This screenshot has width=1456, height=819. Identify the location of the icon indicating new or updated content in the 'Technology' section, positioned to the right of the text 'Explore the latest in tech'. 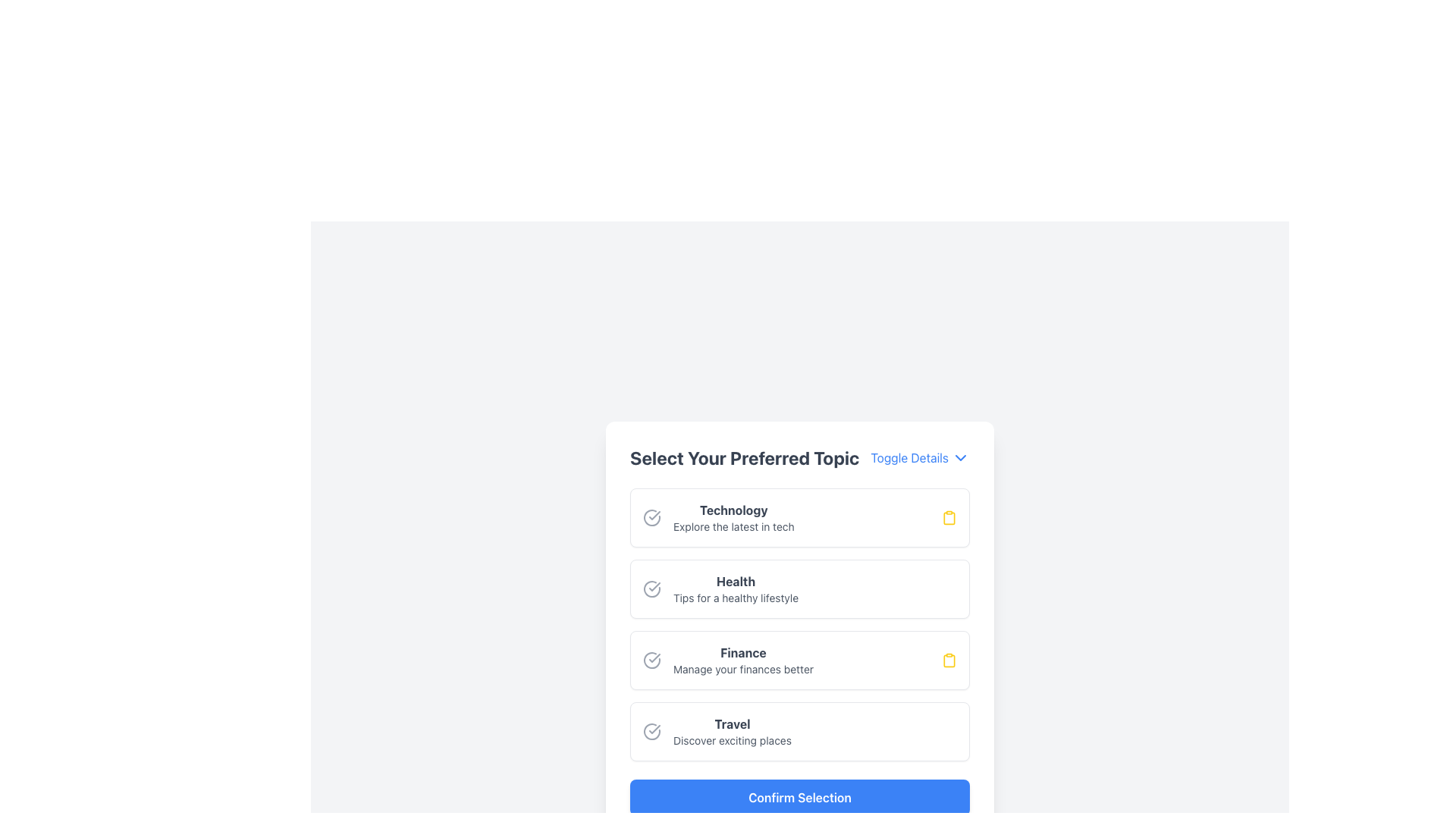
(949, 516).